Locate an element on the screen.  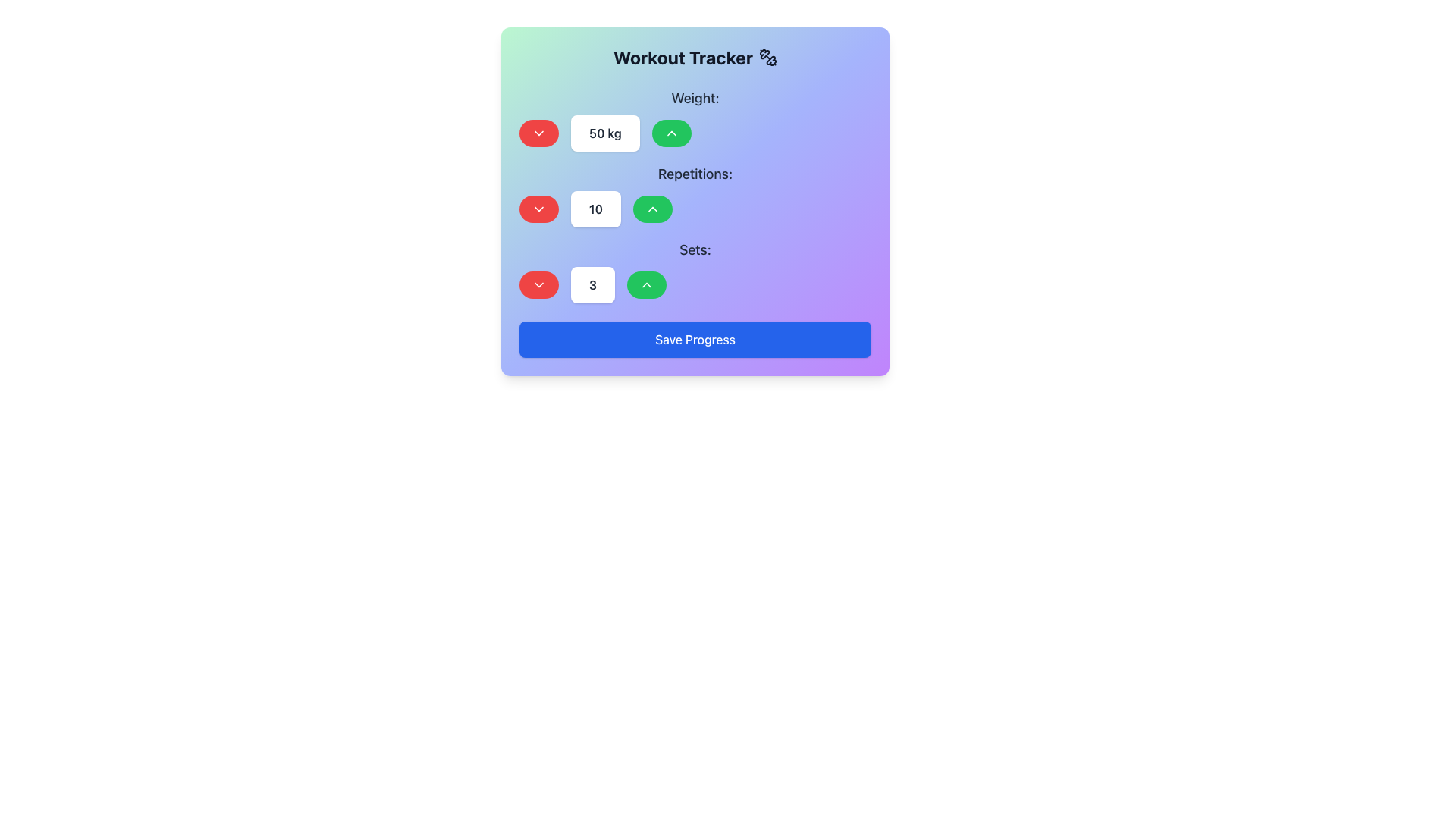
the rectangular button with a blue background and white text reading 'Save Progress' to observe hover effects is located at coordinates (694, 338).